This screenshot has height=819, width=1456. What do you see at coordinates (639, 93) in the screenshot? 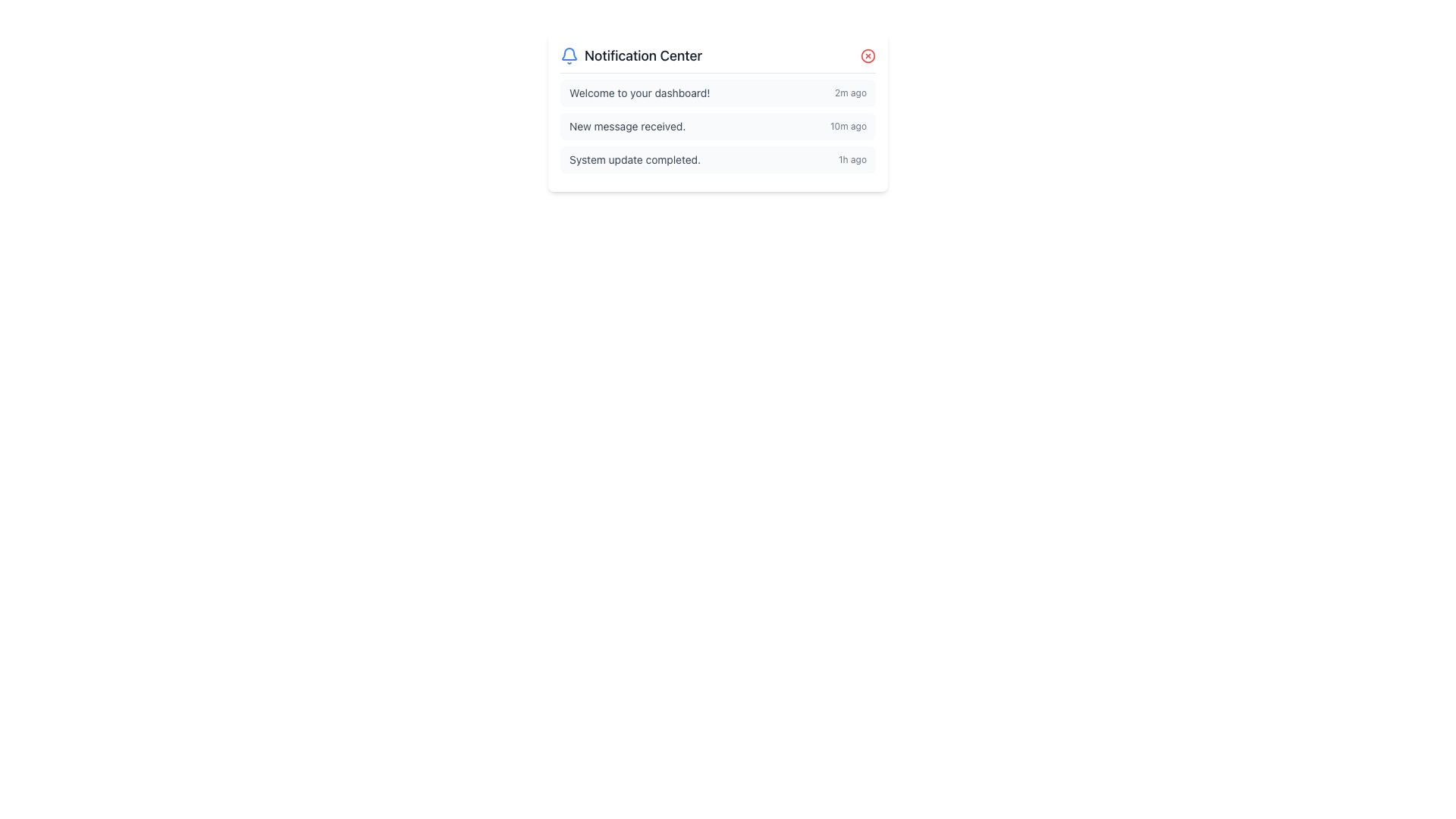
I see `the static text that reads 'Welcome to your dashboard!' located in the header of the first notification block, positioned to the left of the timestamp '2m ago'` at bounding box center [639, 93].